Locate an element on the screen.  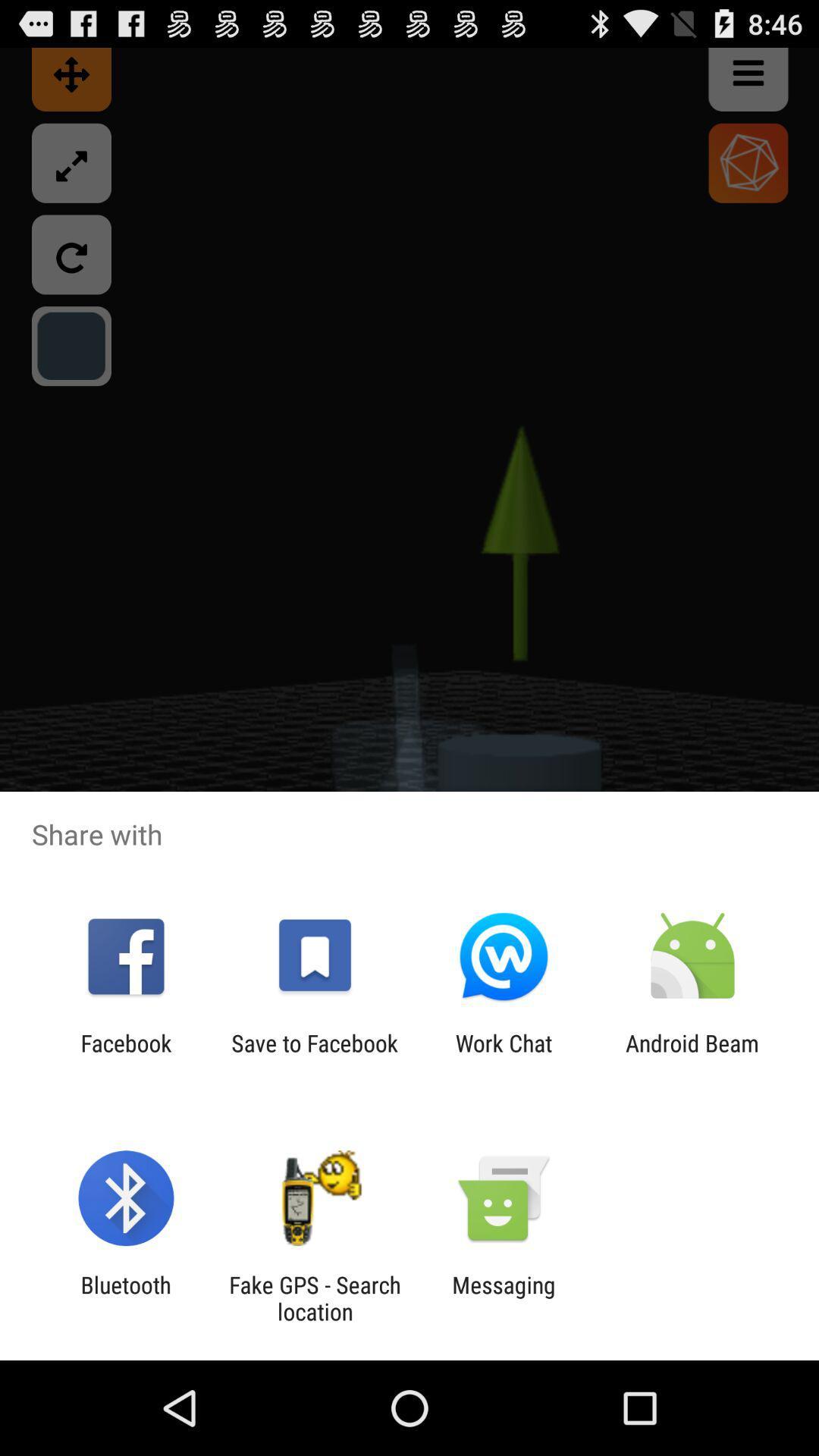
the item next to bluetooth item is located at coordinates (314, 1298).